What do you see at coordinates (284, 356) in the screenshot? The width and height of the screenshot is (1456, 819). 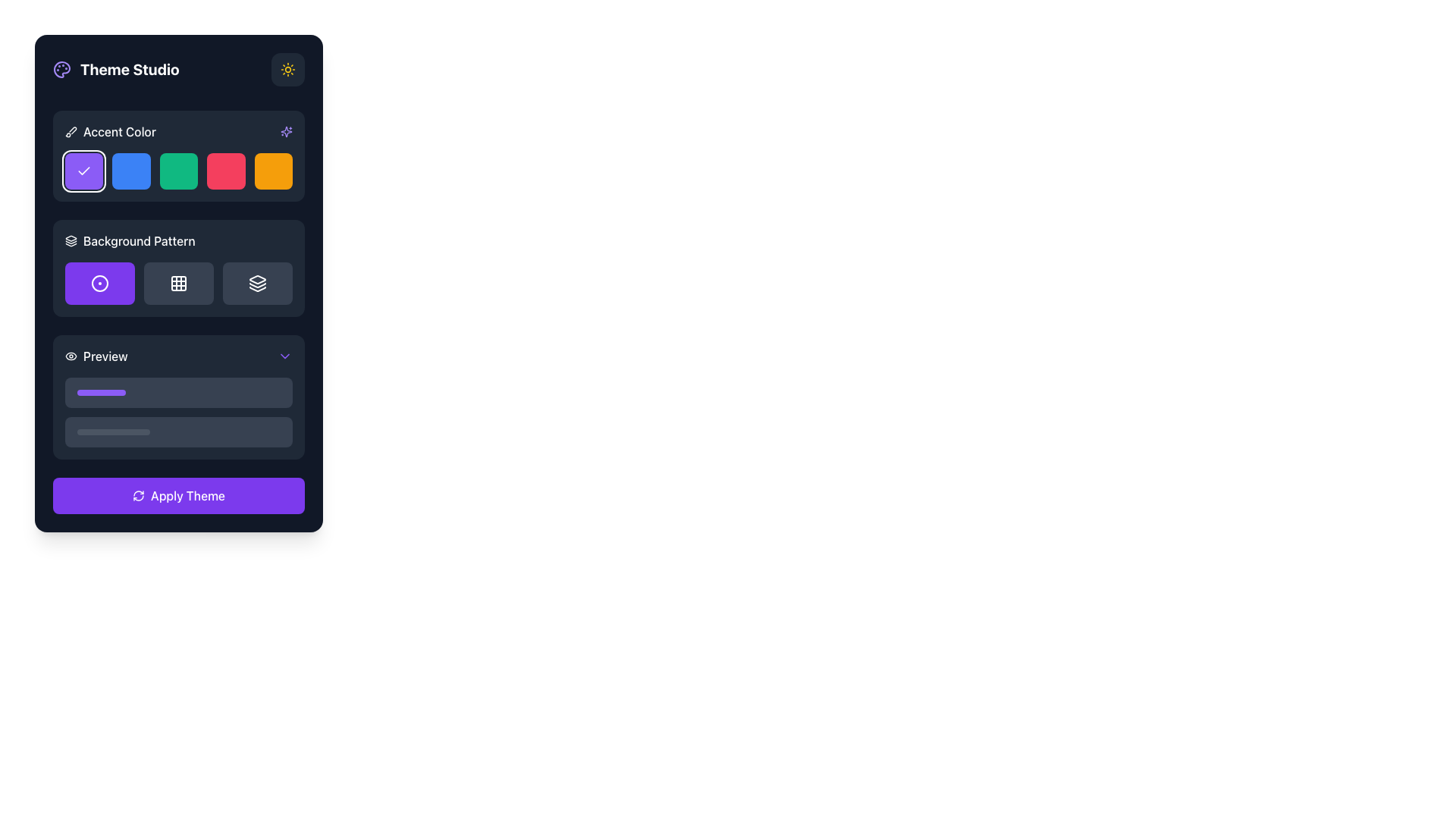 I see `the violet chevron icon located at the far right of the 'Preview' section in the panel` at bounding box center [284, 356].